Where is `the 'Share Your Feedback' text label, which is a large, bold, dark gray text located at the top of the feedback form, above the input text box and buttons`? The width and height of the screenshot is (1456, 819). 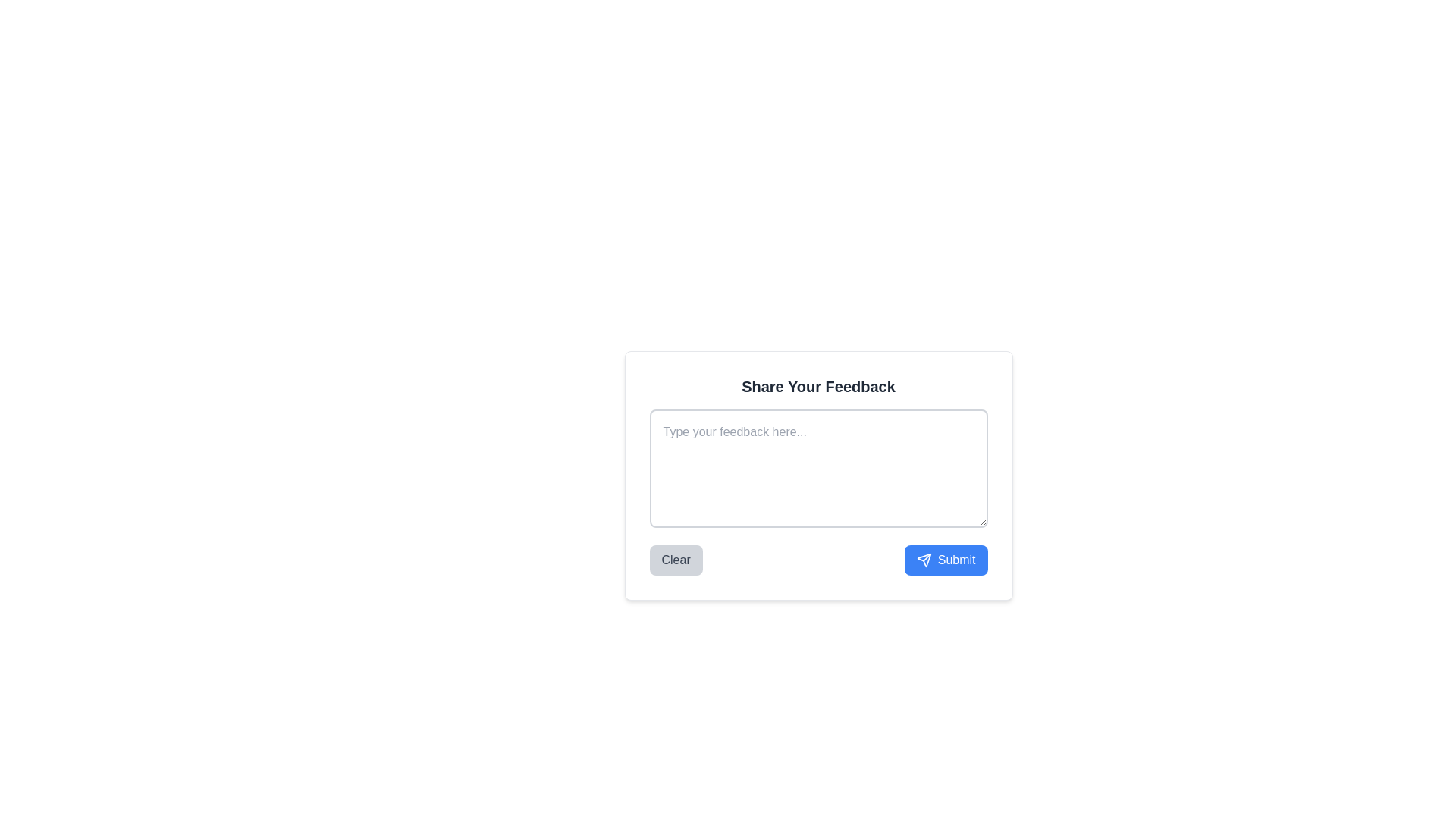 the 'Share Your Feedback' text label, which is a large, bold, dark gray text located at the top of the feedback form, above the input text box and buttons is located at coordinates (817, 385).